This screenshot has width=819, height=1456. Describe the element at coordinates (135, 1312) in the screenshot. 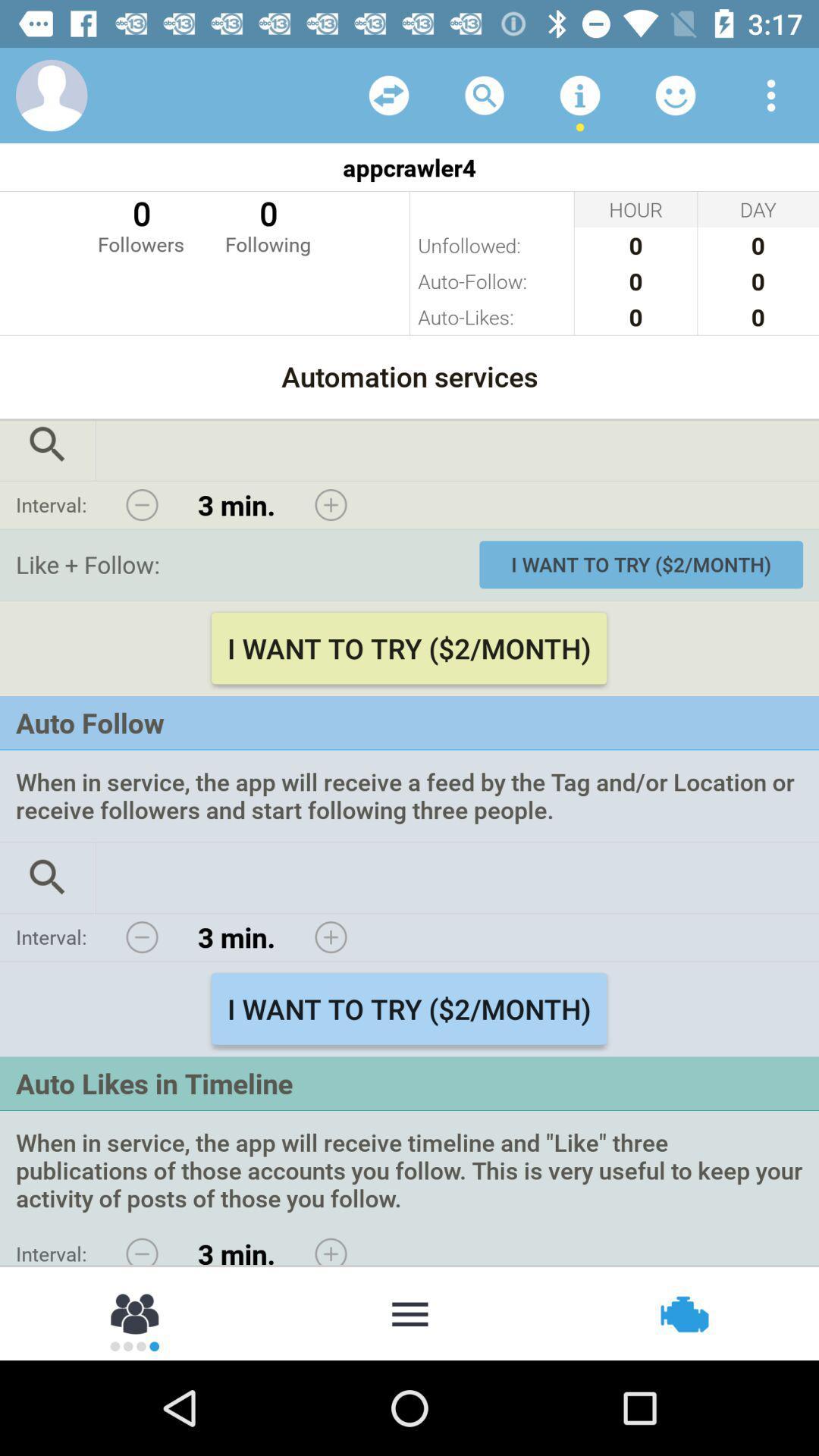

I see `item below interval:` at that location.